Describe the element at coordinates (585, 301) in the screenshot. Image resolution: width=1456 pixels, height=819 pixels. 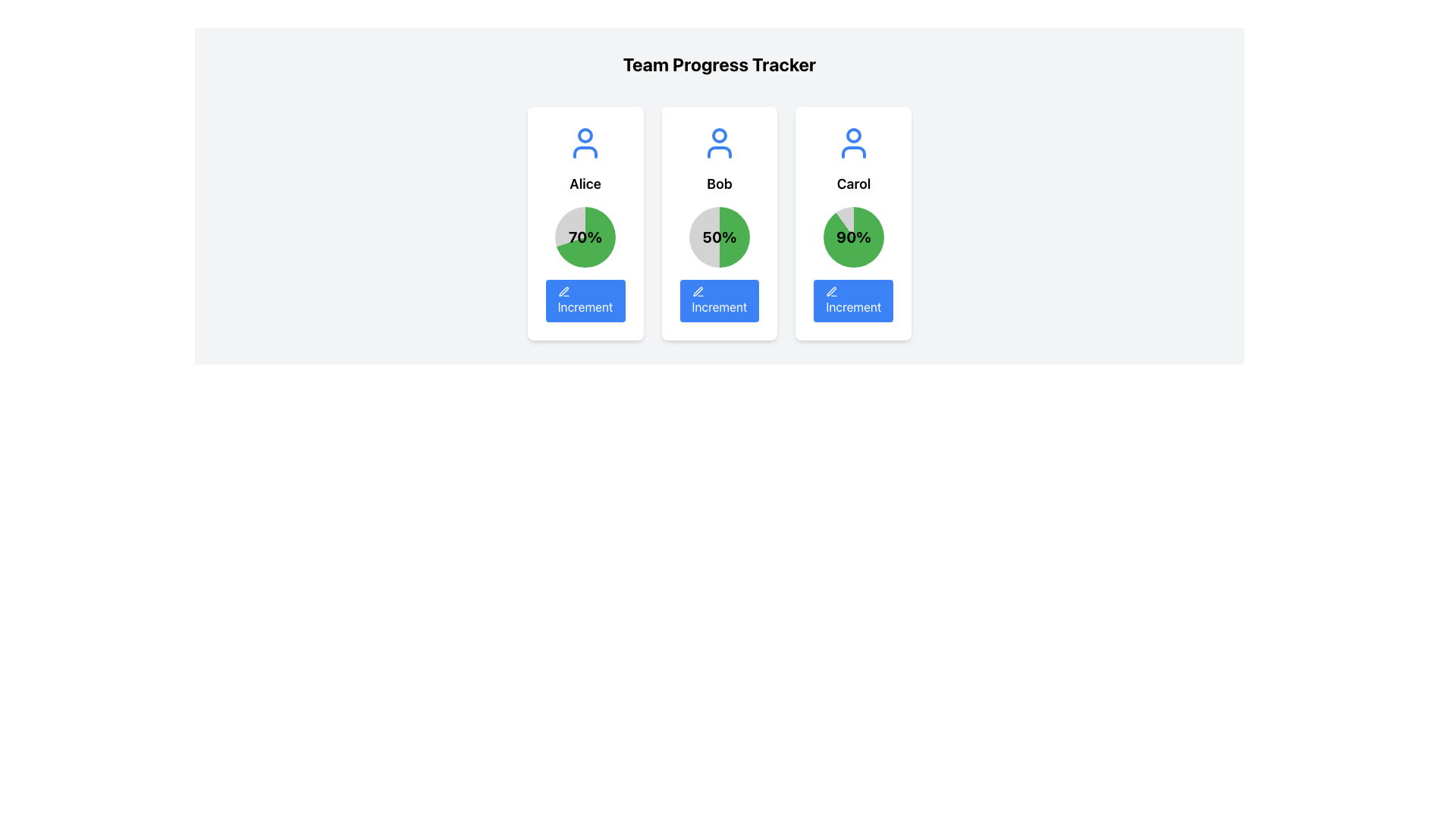
I see `the button located at the bottom of the card associated with the user 'Alice'` at that location.